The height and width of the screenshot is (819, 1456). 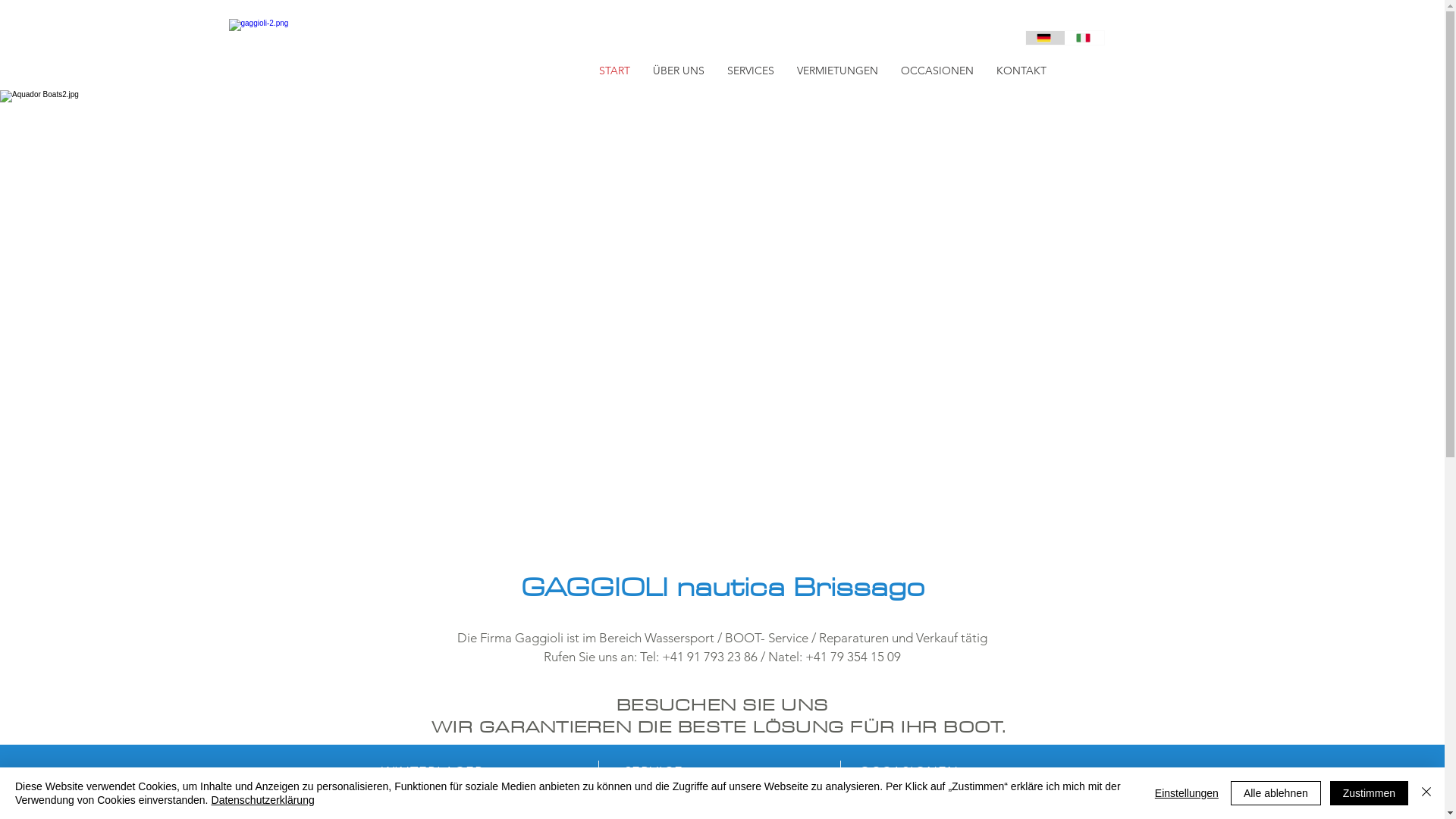 I want to click on 'KONTAKT', so click(x=1020, y=70).